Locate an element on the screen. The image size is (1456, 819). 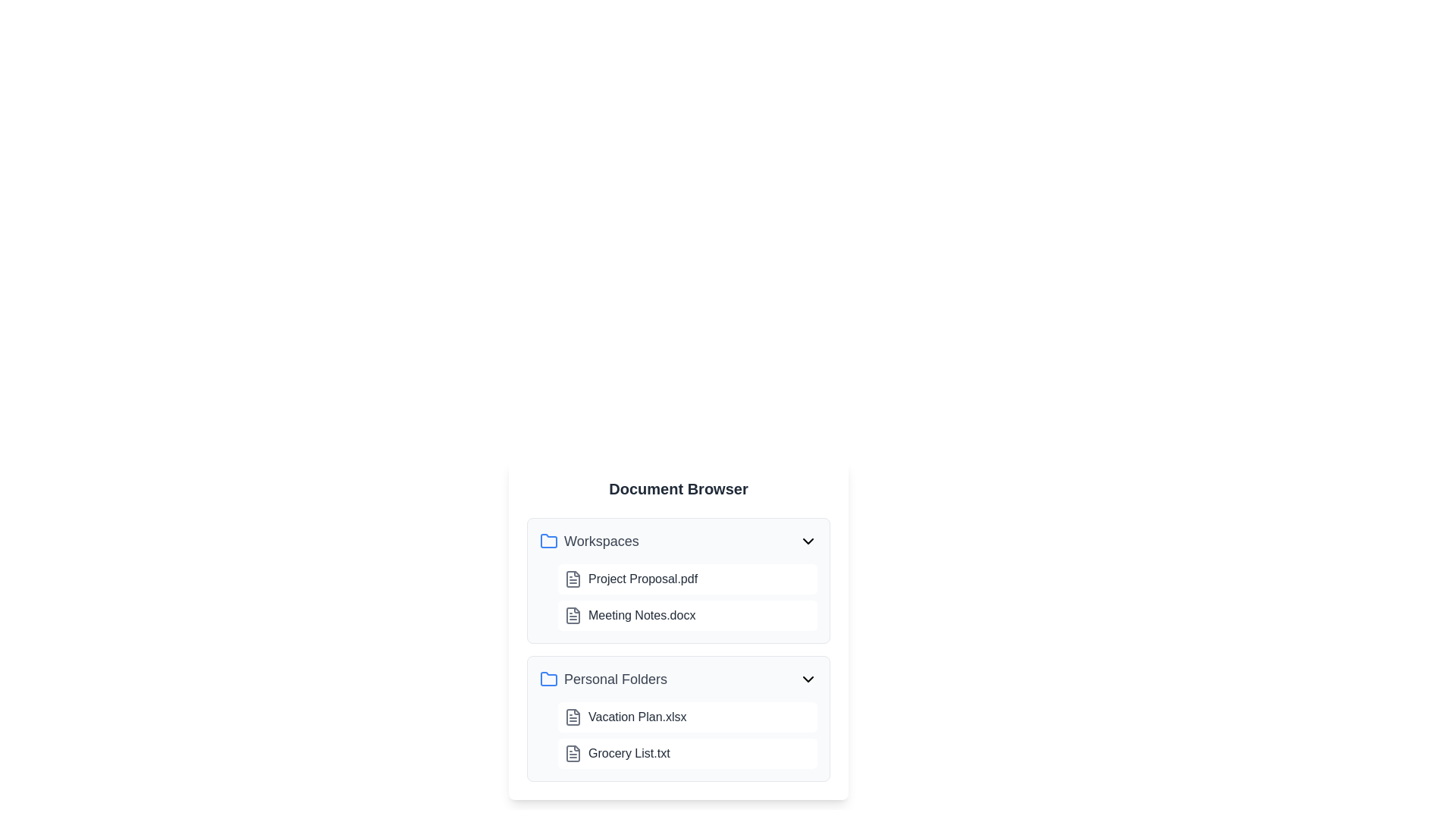
the list item representing the 'Meeting Notes.docx' document is located at coordinates (687, 616).